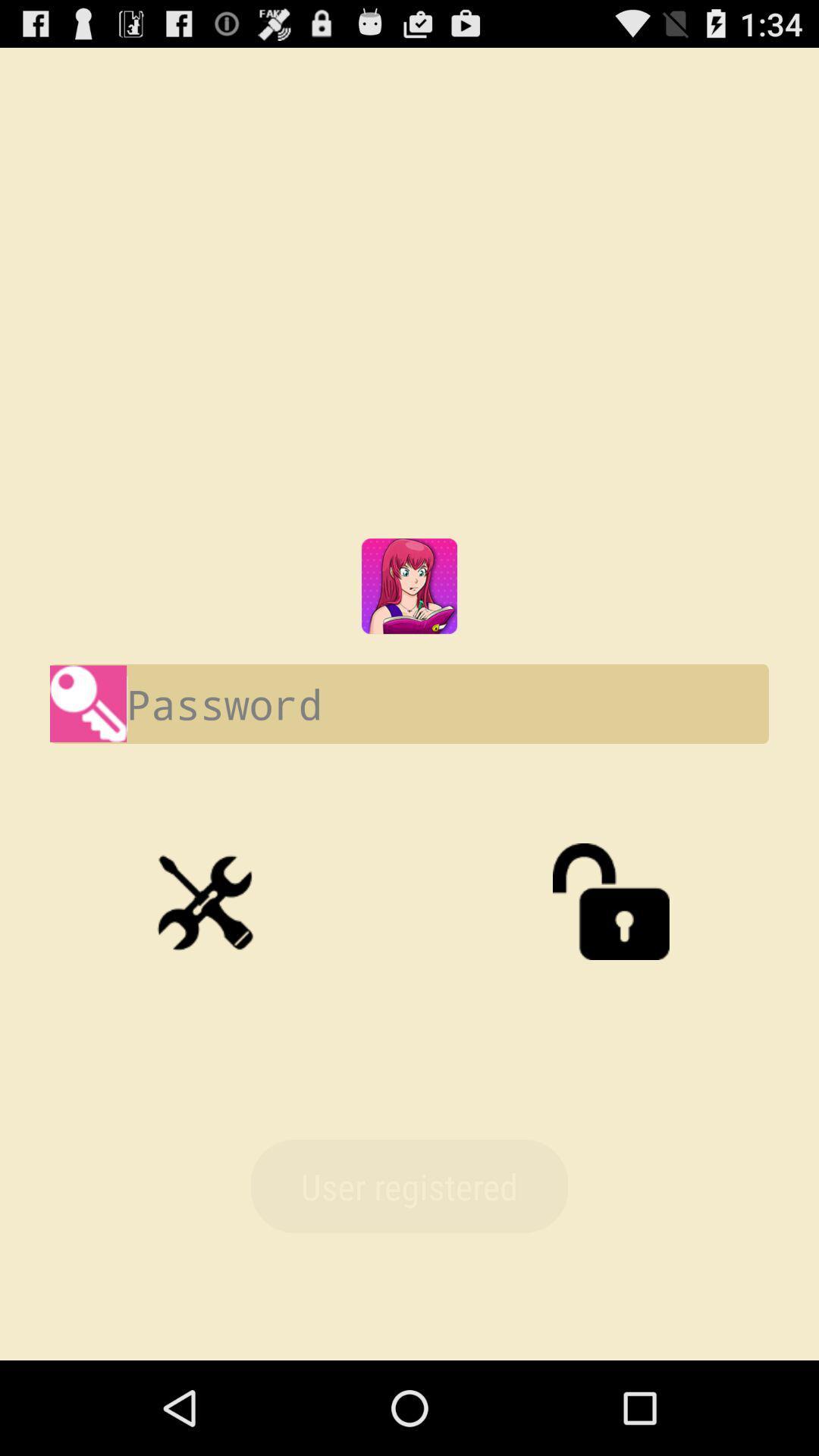 This screenshot has height=1456, width=819. What do you see at coordinates (409, 703) in the screenshot?
I see `password` at bounding box center [409, 703].